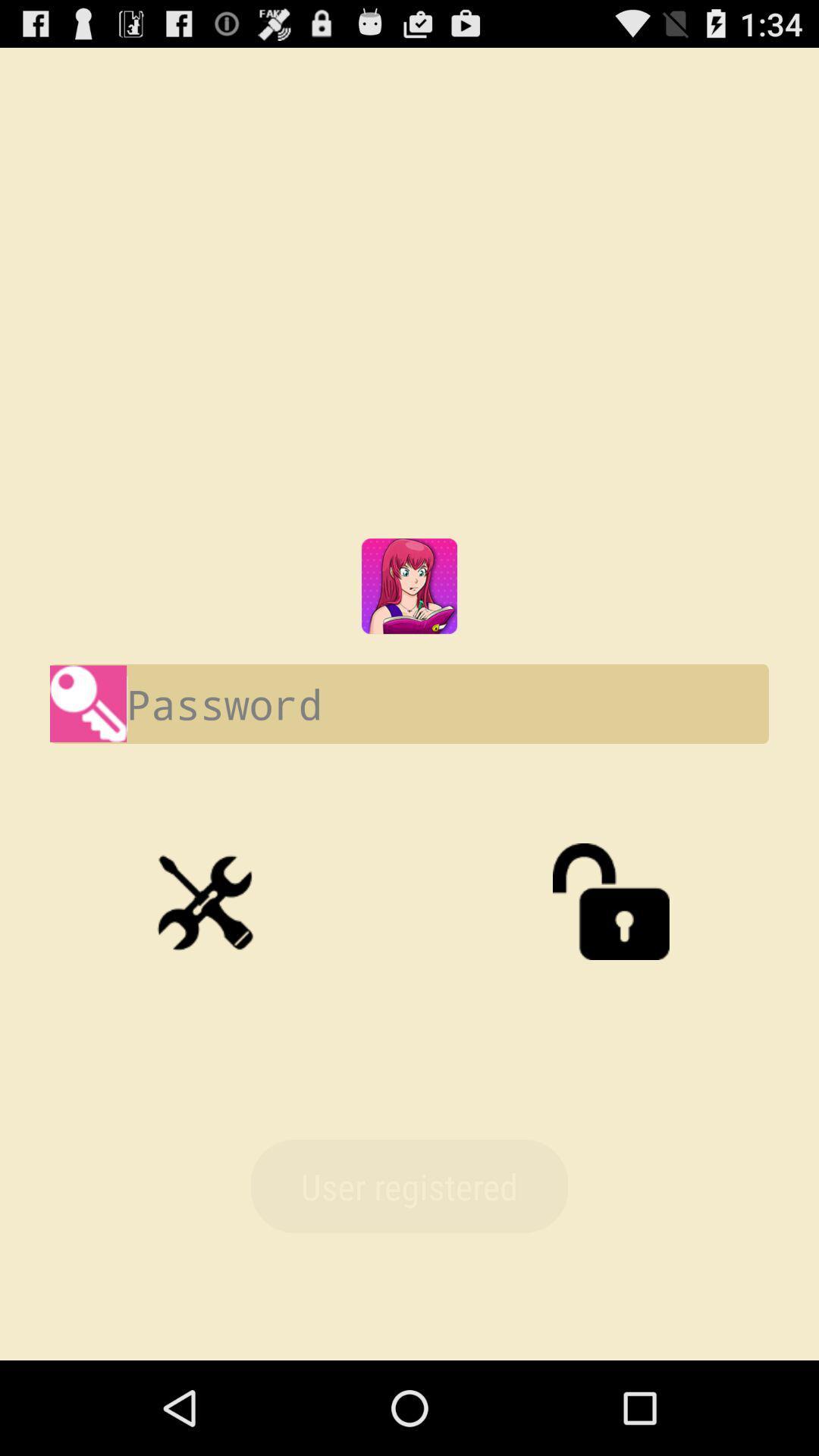 This screenshot has height=1456, width=819. What do you see at coordinates (409, 703) in the screenshot?
I see `password` at bounding box center [409, 703].